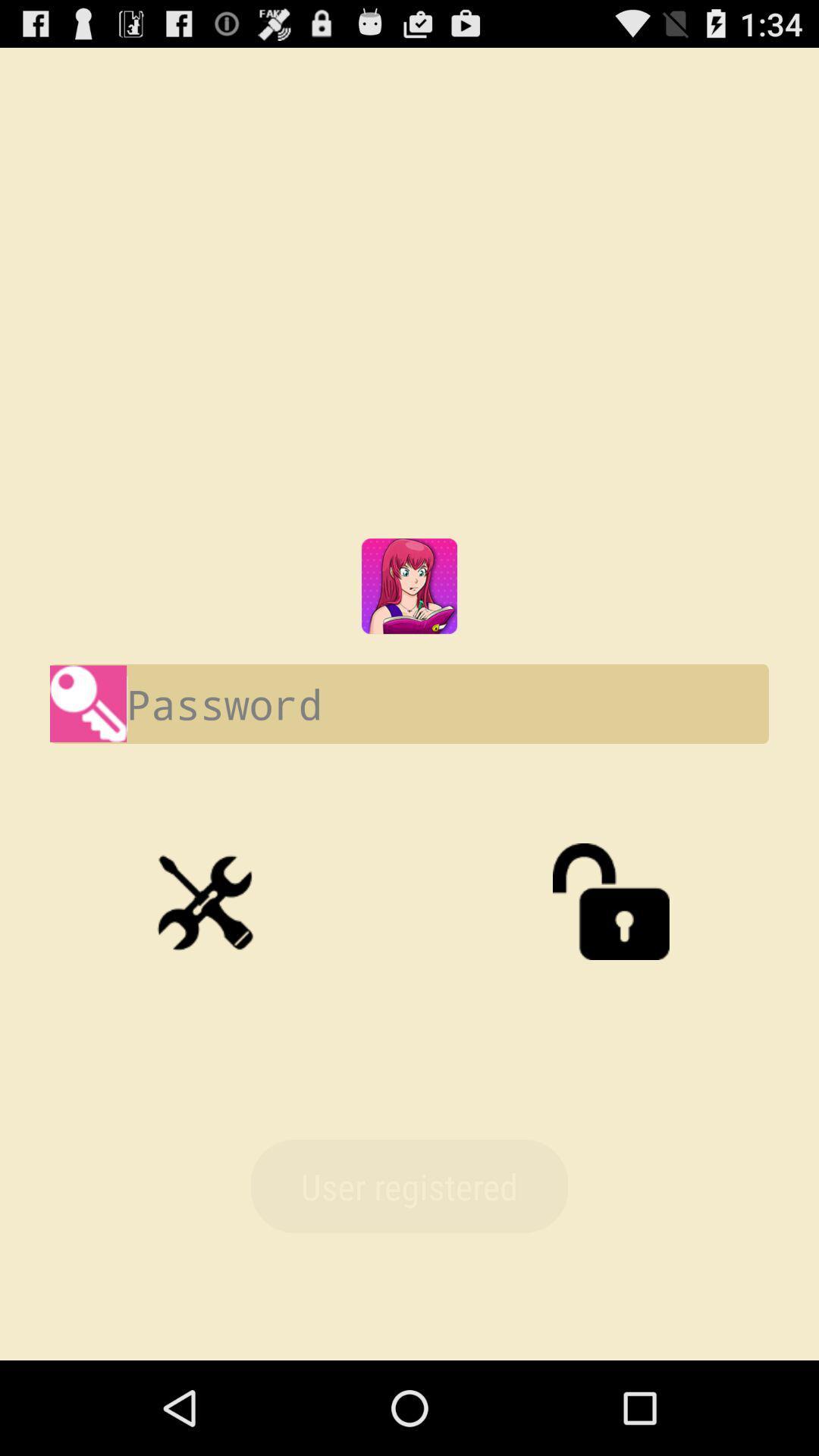 This screenshot has height=1456, width=819. What do you see at coordinates (409, 703) in the screenshot?
I see `password` at bounding box center [409, 703].